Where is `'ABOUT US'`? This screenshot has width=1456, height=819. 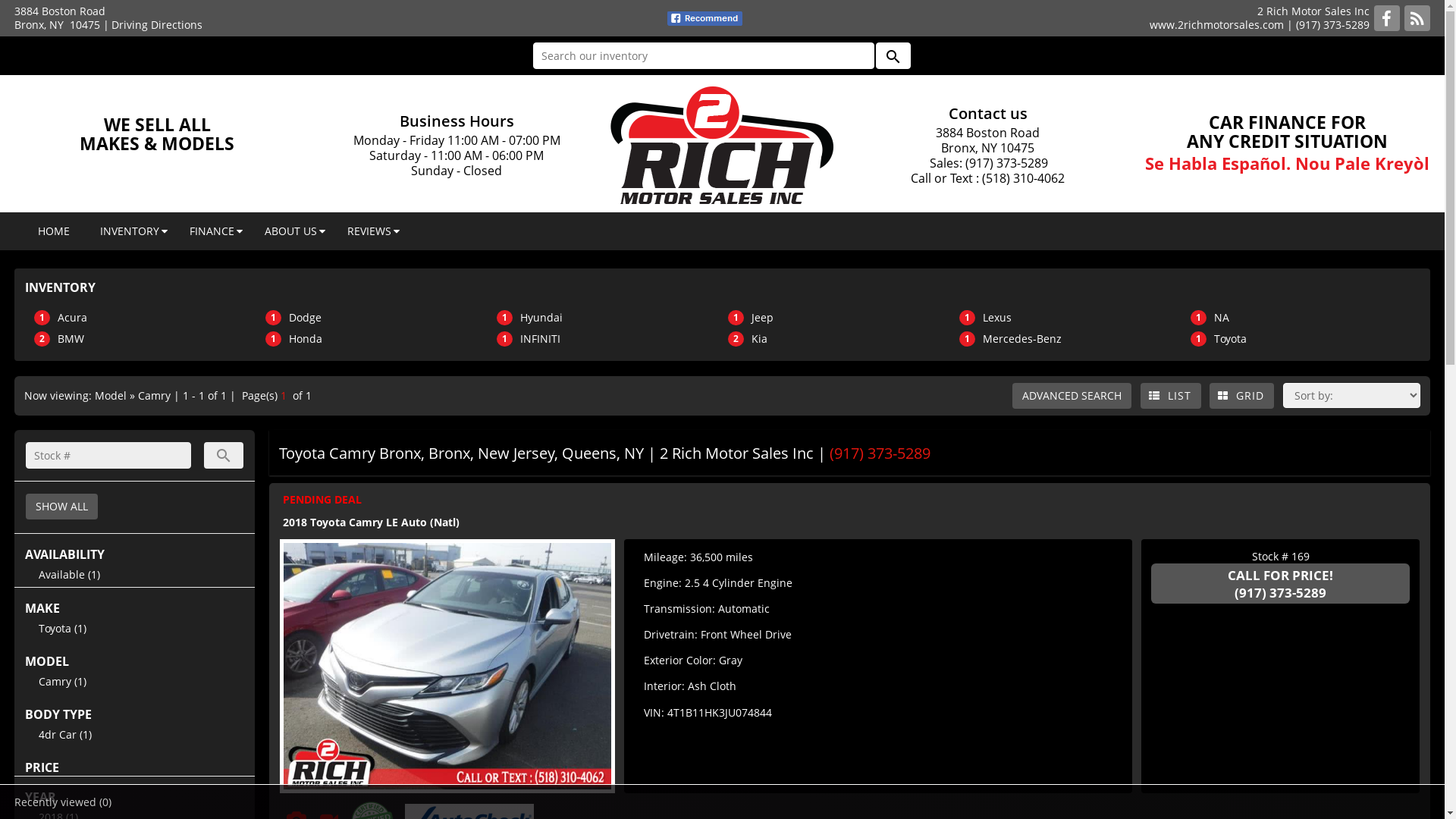
'ABOUT US' is located at coordinates (290, 231).